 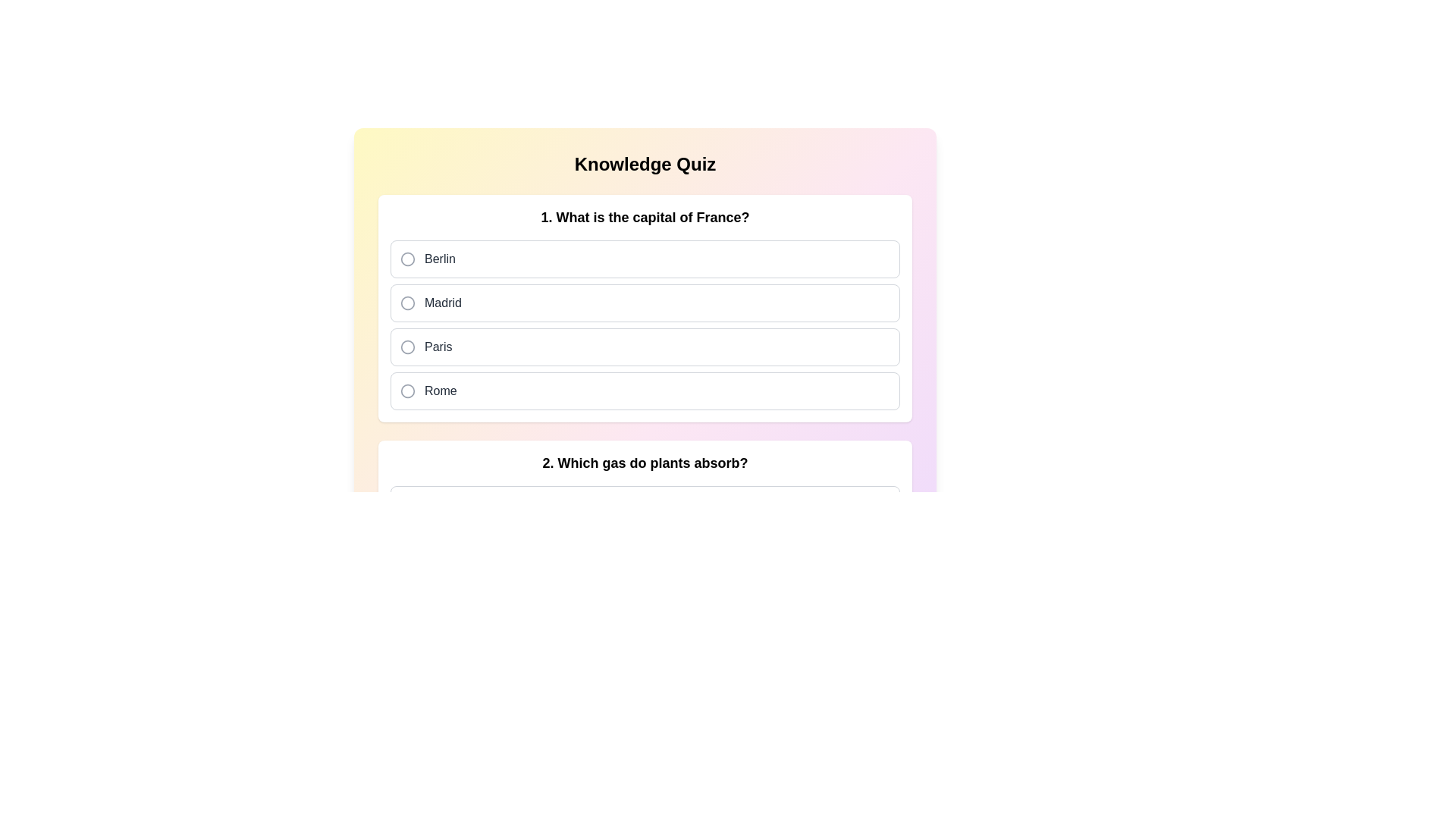 What do you see at coordinates (645, 391) in the screenshot?
I see `the fourth selectable option labeled 'Rome' in the questionnaire asking 'What is the capital of France?'` at bounding box center [645, 391].